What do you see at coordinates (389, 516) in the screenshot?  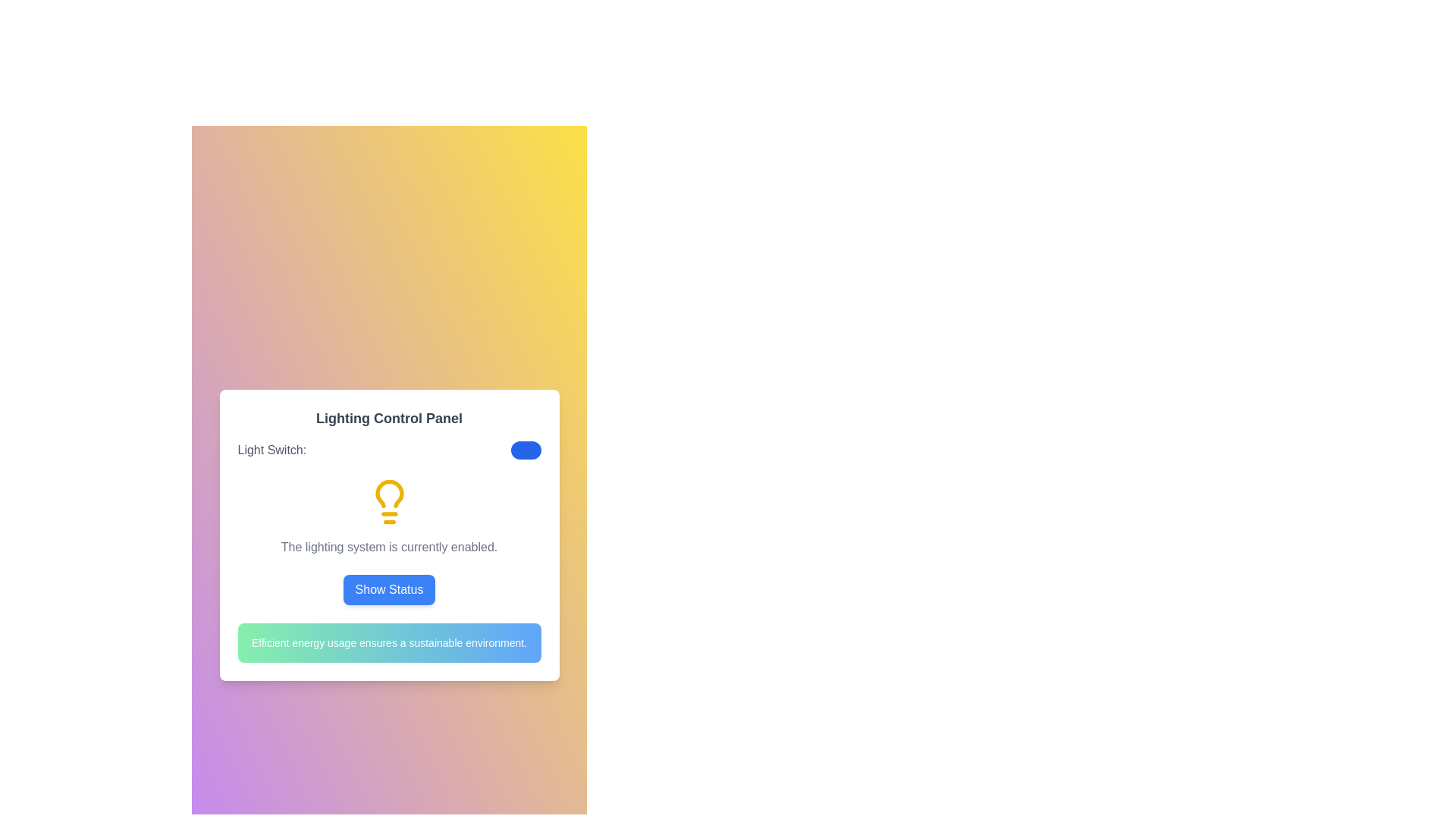 I see `the Text with icon element that features a yellow light bulb pictogram and reads 'The lighting system is currently enabled.'` at bounding box center [389, 516].